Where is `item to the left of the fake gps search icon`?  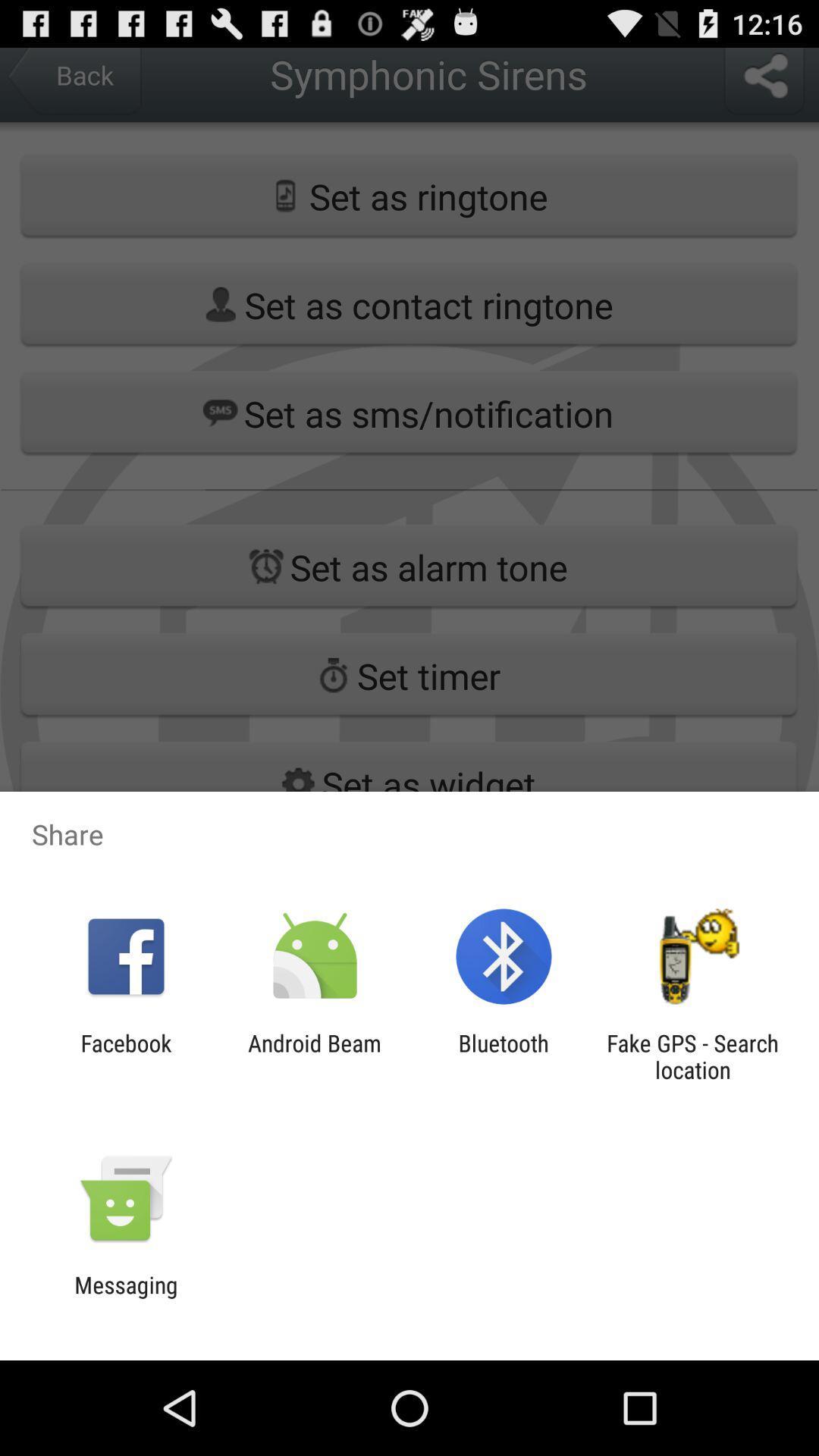 item to the left of the fake gps search icon is located at coordinates (504, 1056).